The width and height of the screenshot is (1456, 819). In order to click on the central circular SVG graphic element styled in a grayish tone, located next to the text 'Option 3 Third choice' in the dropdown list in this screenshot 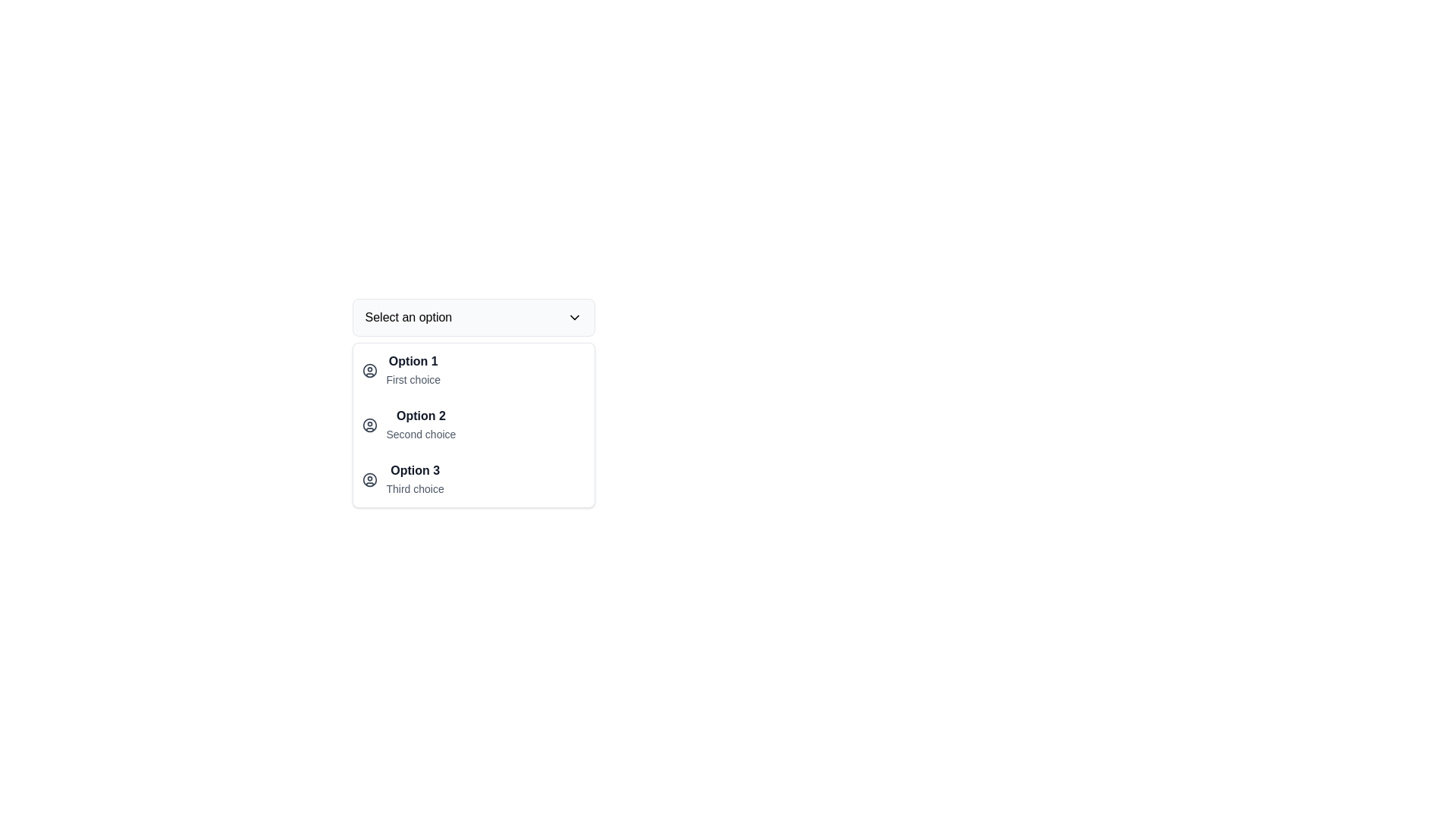, I will do `click(369, 479)`.